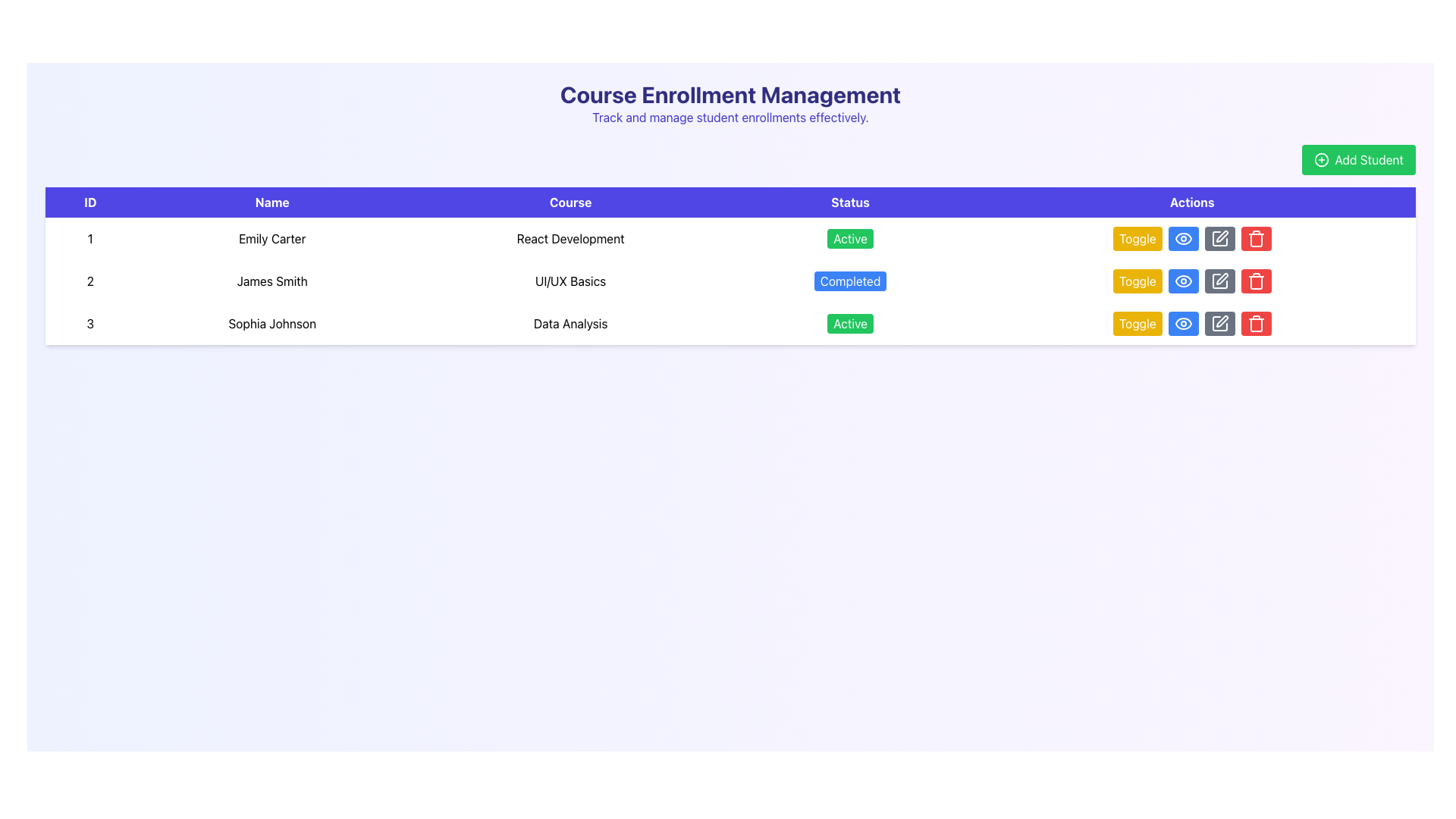  I want to click on the heading text element styled in bold, large indigo font that reads 'Course Enrollment Management', located at the top center of the page, so click(730, 94).